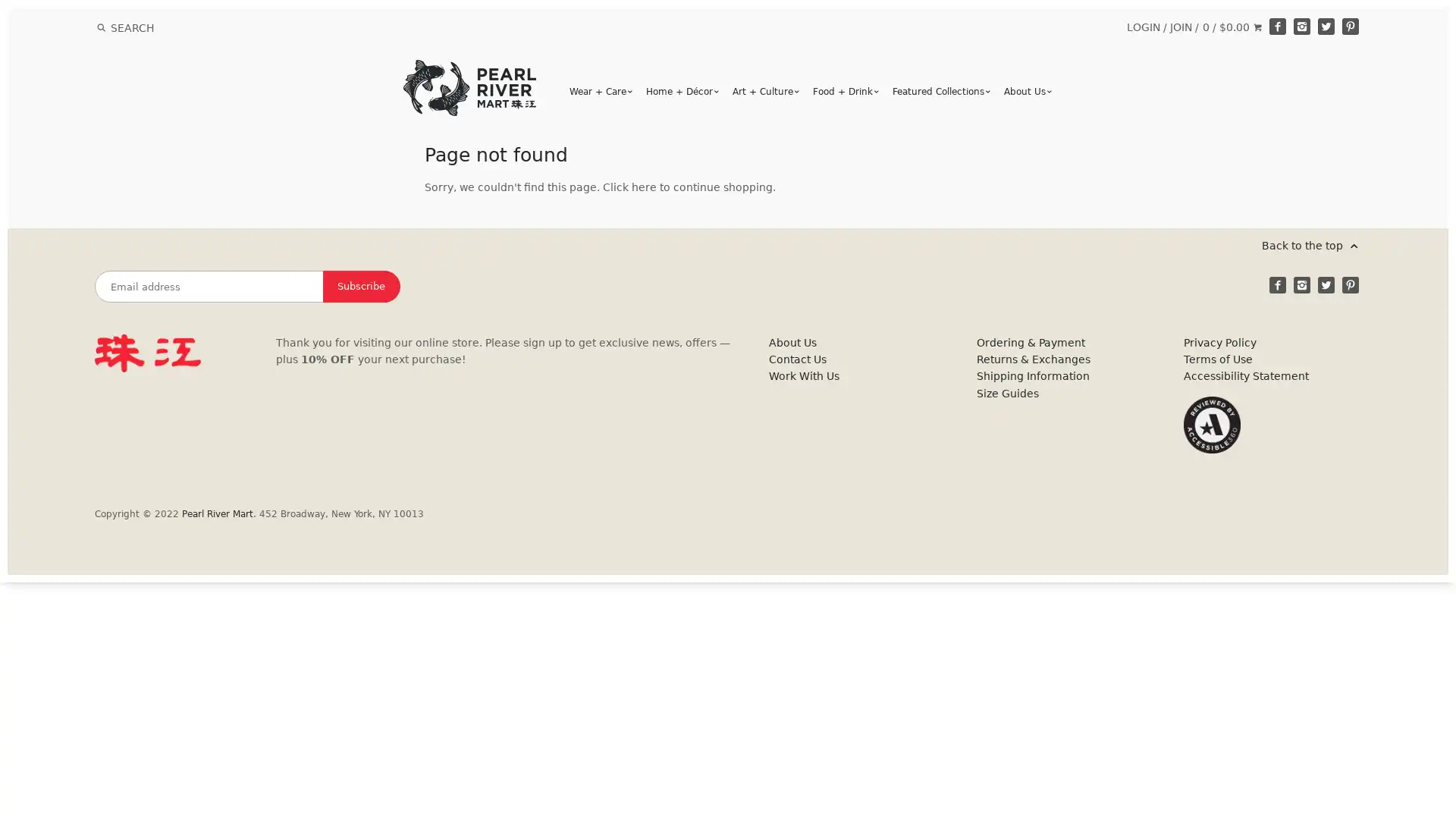  What do you see at coordinates (360, 341) in the screenshot?
I see `Subscribe` at bounding box center [360, 341].